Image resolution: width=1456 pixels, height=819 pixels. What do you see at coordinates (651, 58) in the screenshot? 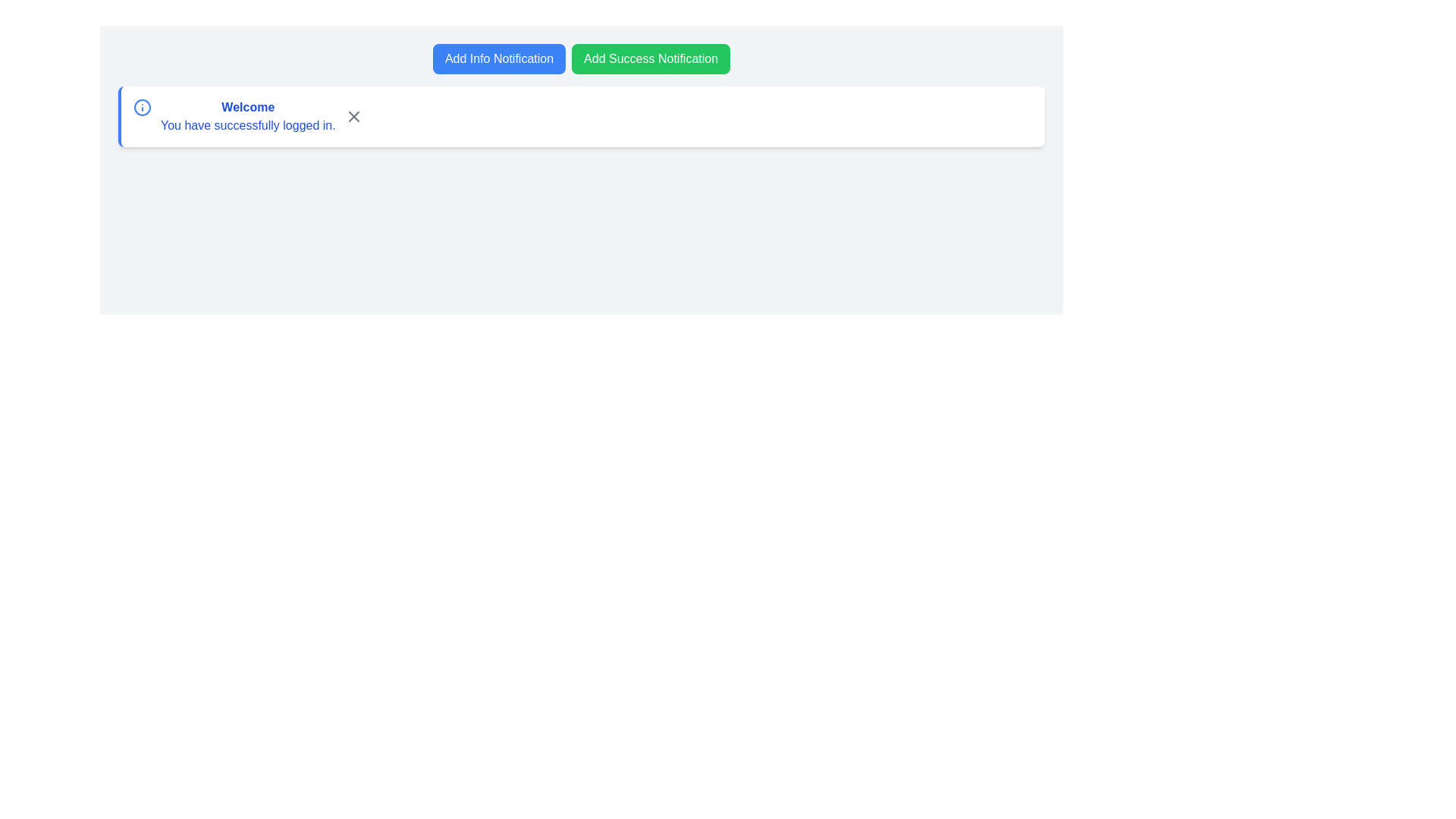
I see `the 'Success Notification' button` at bounding box center [651, 58].